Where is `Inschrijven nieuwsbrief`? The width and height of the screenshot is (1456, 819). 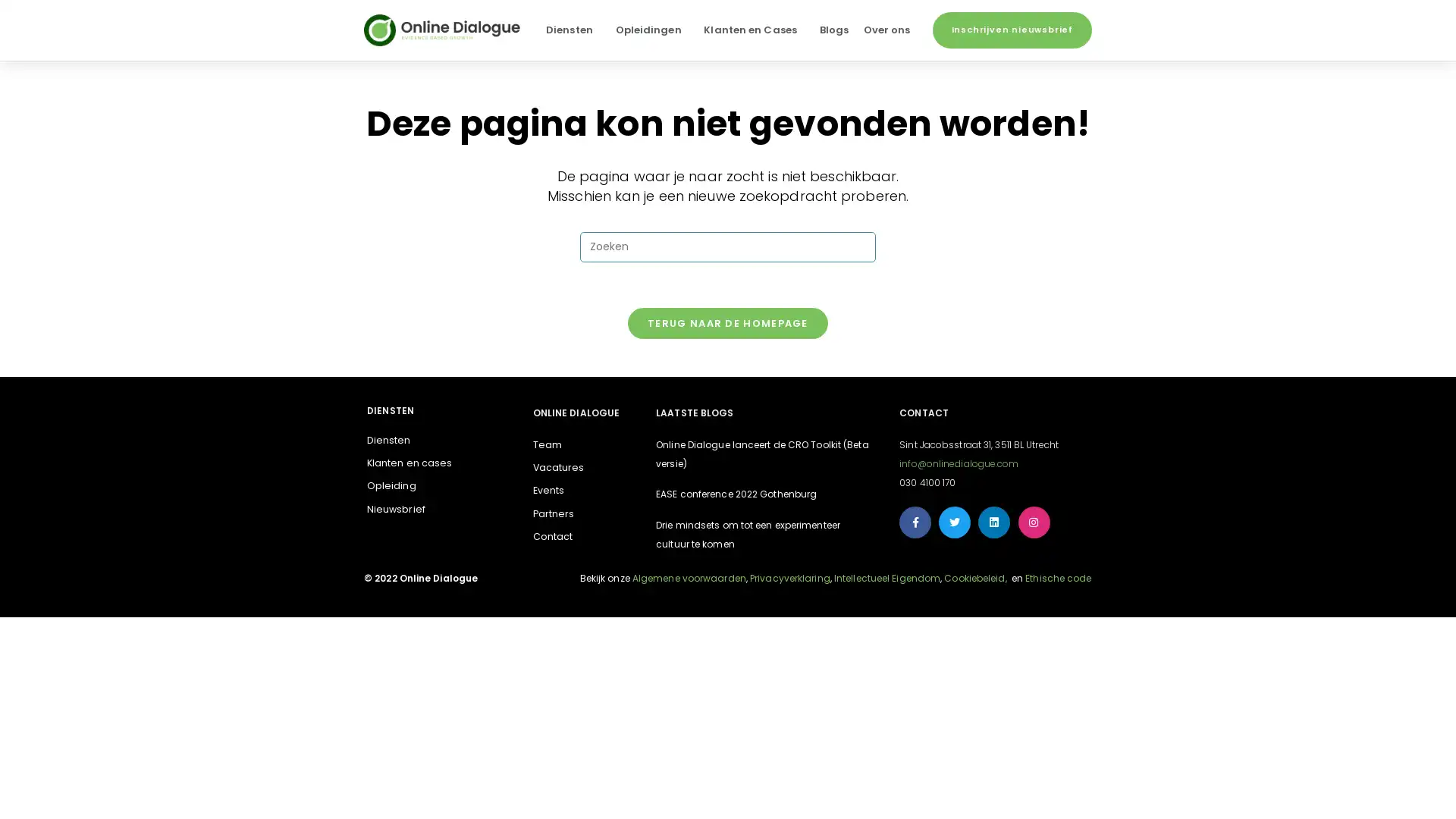 Inschrijven nieuwsbrief is located at coordinates (1012, 30).